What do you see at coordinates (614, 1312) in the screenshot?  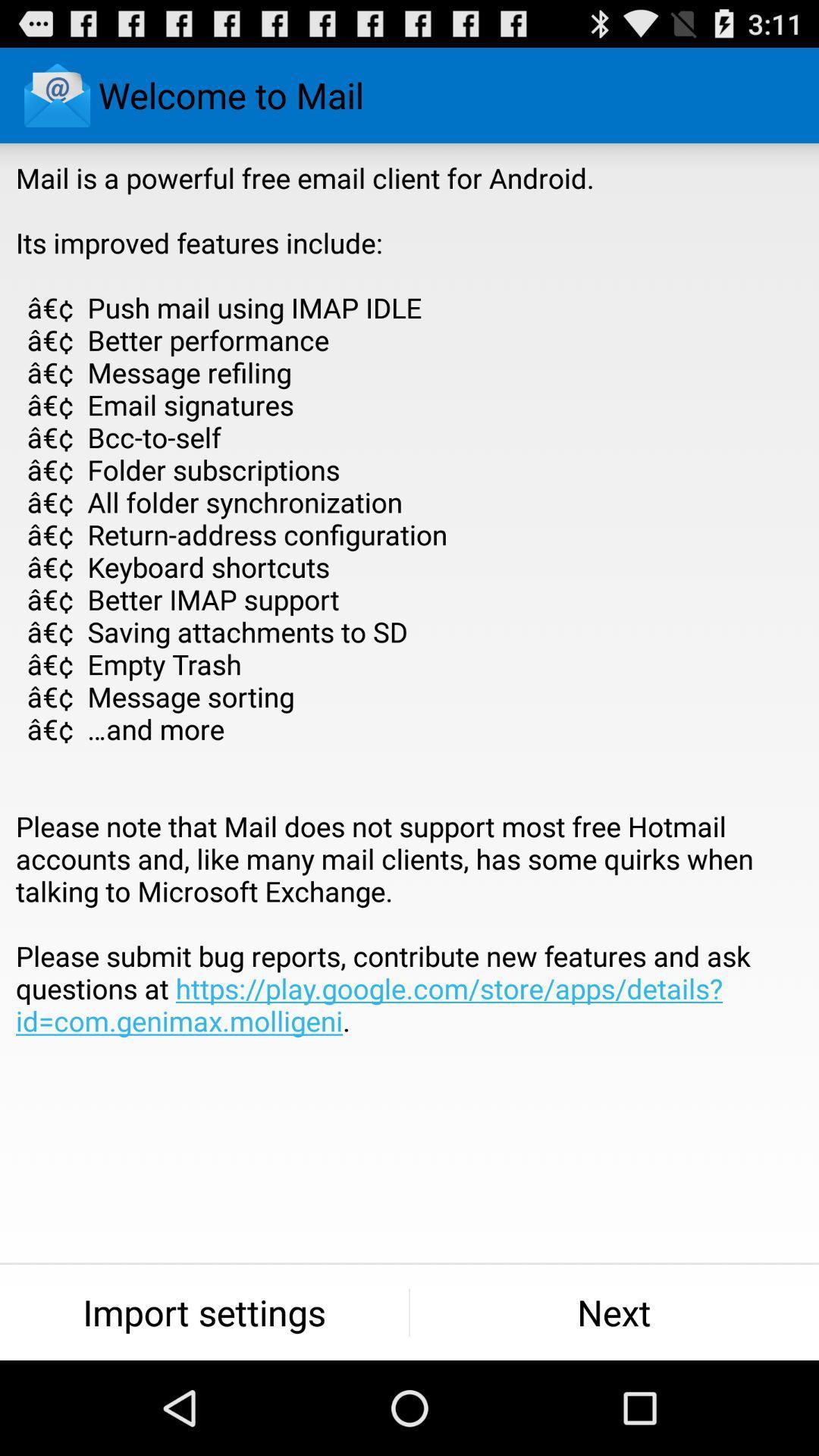 I see `the next` at bounding box center [614, 1312].